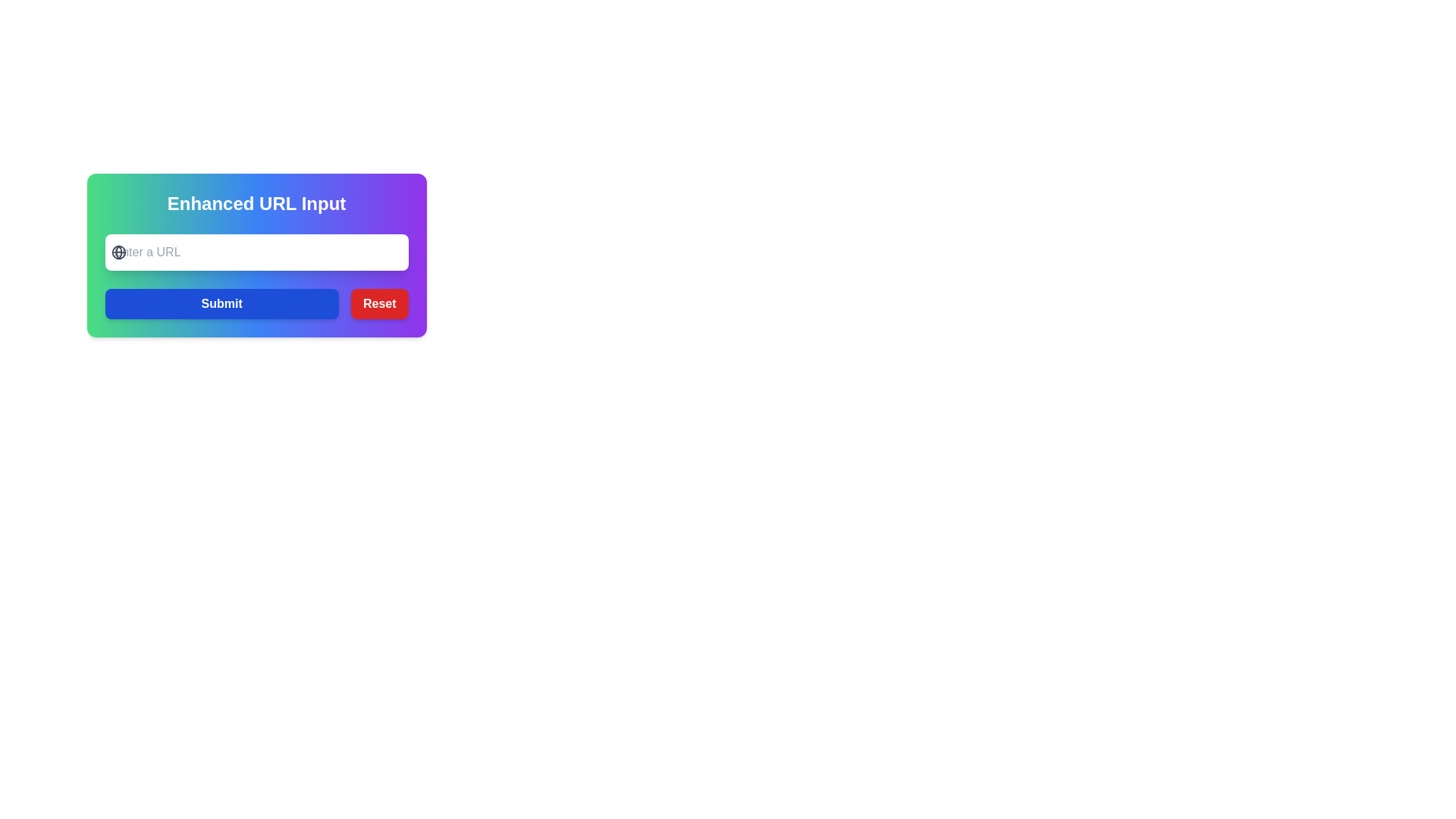 Image resolution: width=1456 pixels, height=819 pixels. What do you see at coordinates (221, 304) in the screenshot?
I see `the 'Submit' button, which is a rectangular button with a bold white font on a blue background` at bounding box center [221, 304].